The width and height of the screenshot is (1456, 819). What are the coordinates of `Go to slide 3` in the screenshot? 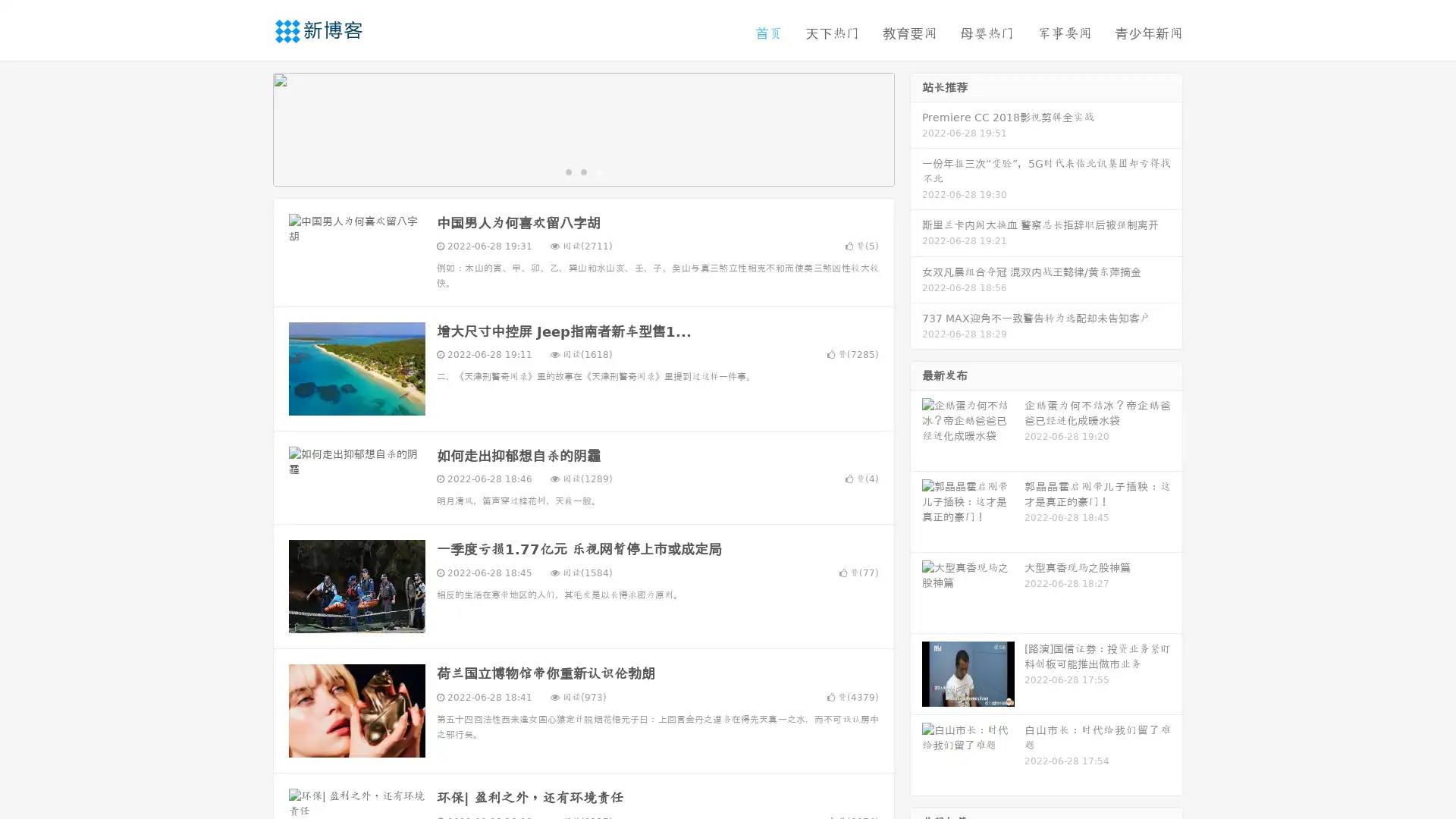 It's located at (598, 171).